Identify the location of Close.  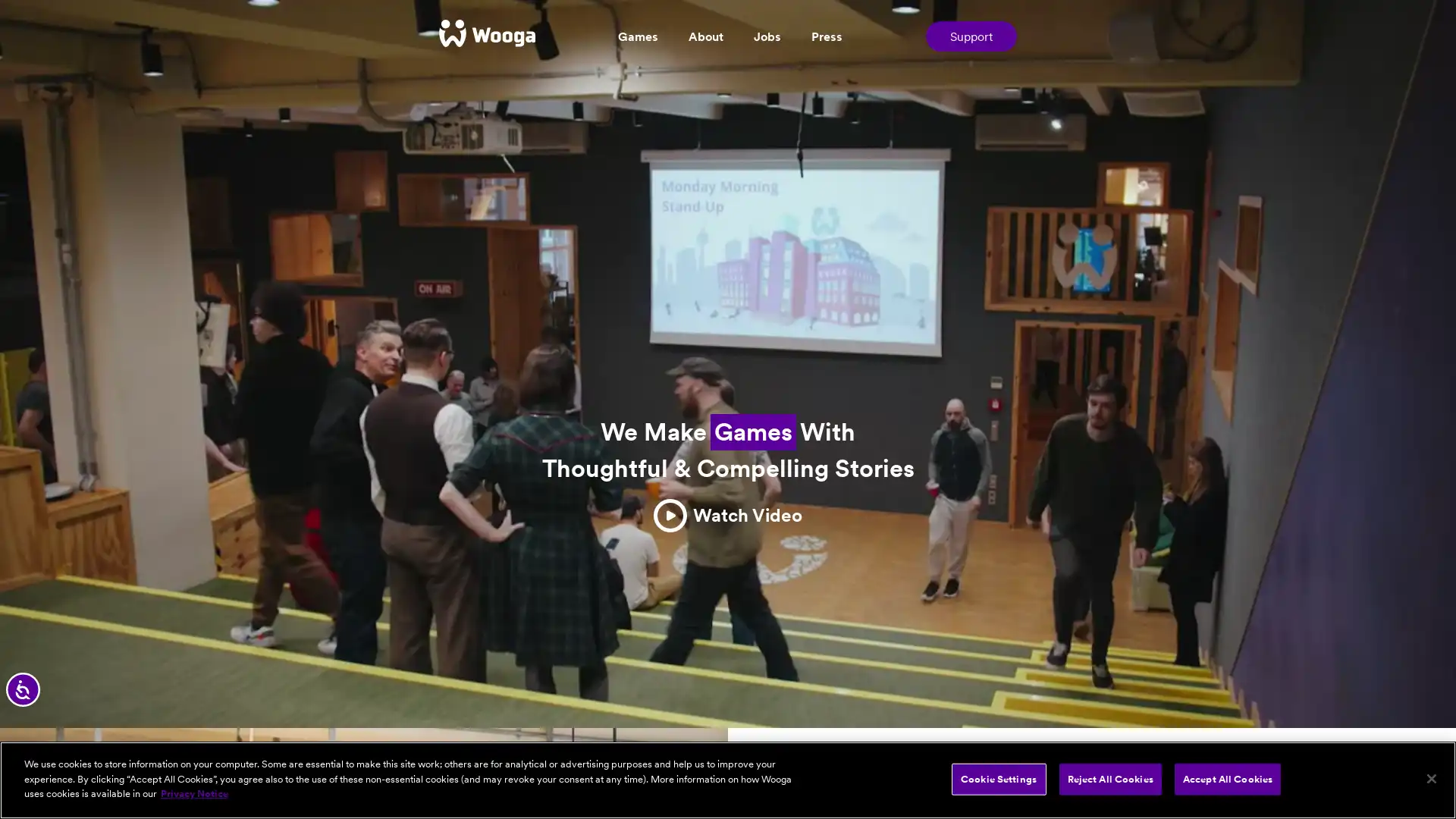
(1430, 778).